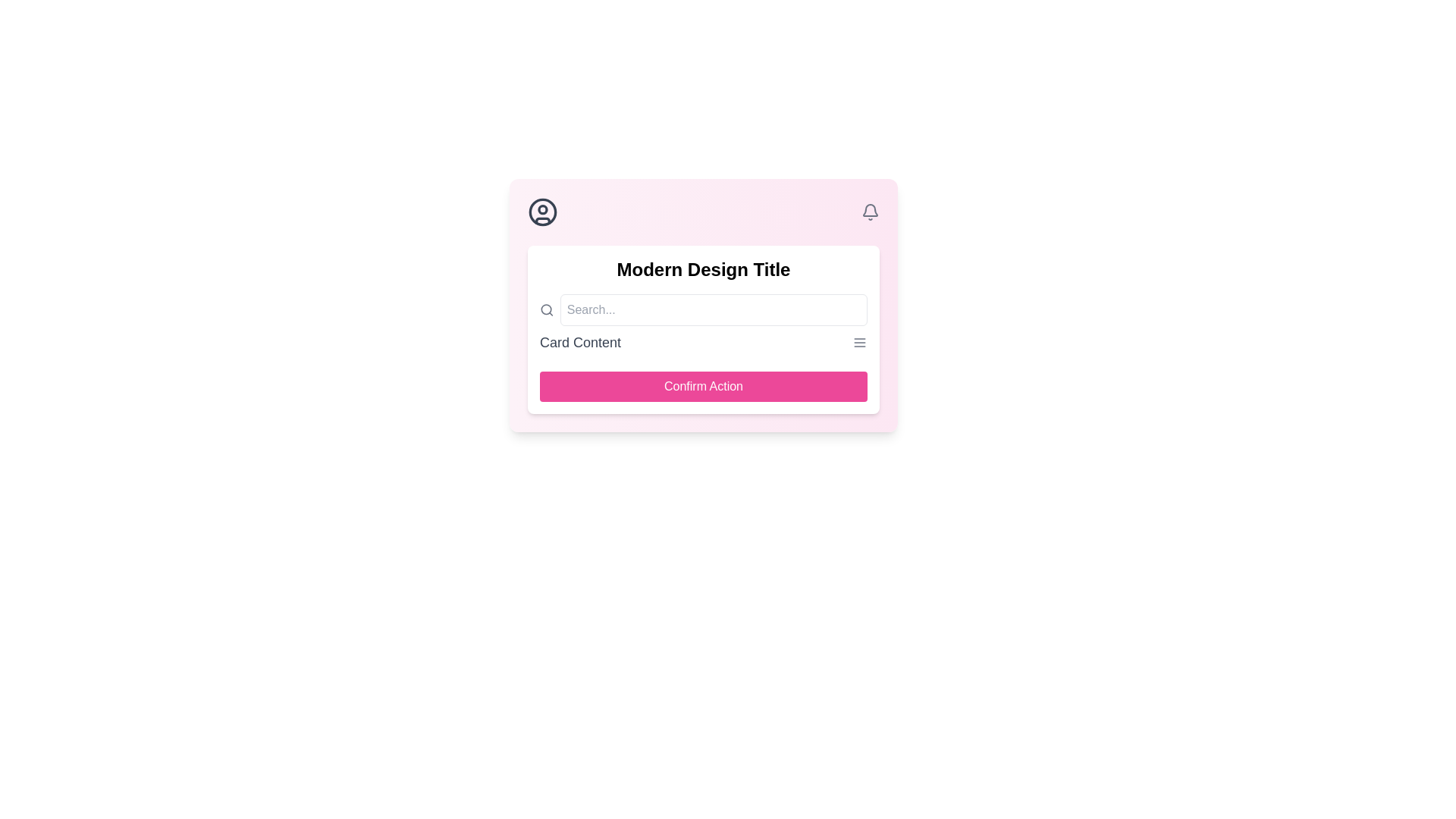  What do you see at coordinates (870, 210) in the screenshot?
I see `the lower portion of the bell-shaped icon located in the upper right corner of the card interface` at bounding box center [870, 210].